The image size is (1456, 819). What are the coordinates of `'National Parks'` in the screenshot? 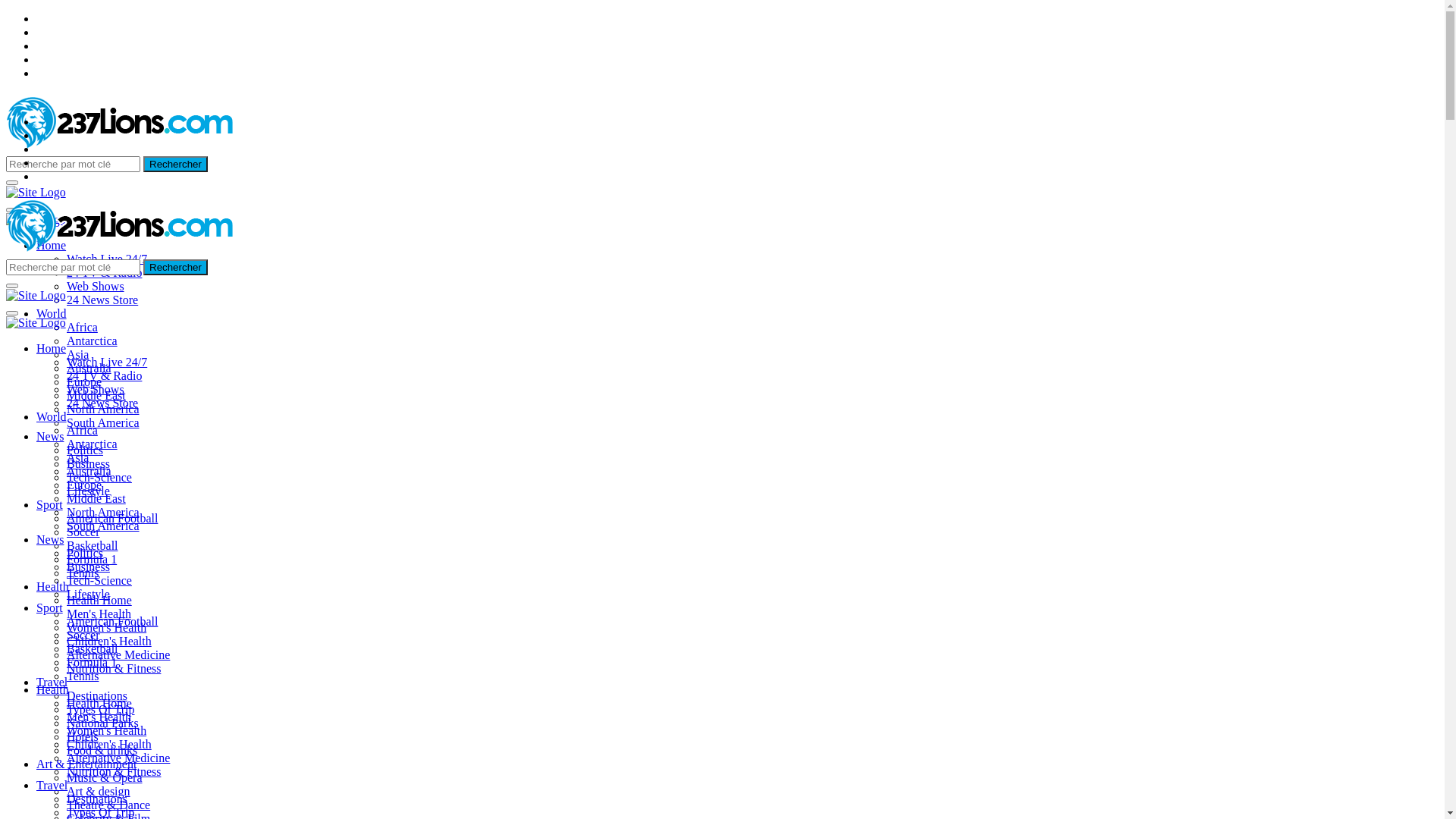 It's located at (102, 722).